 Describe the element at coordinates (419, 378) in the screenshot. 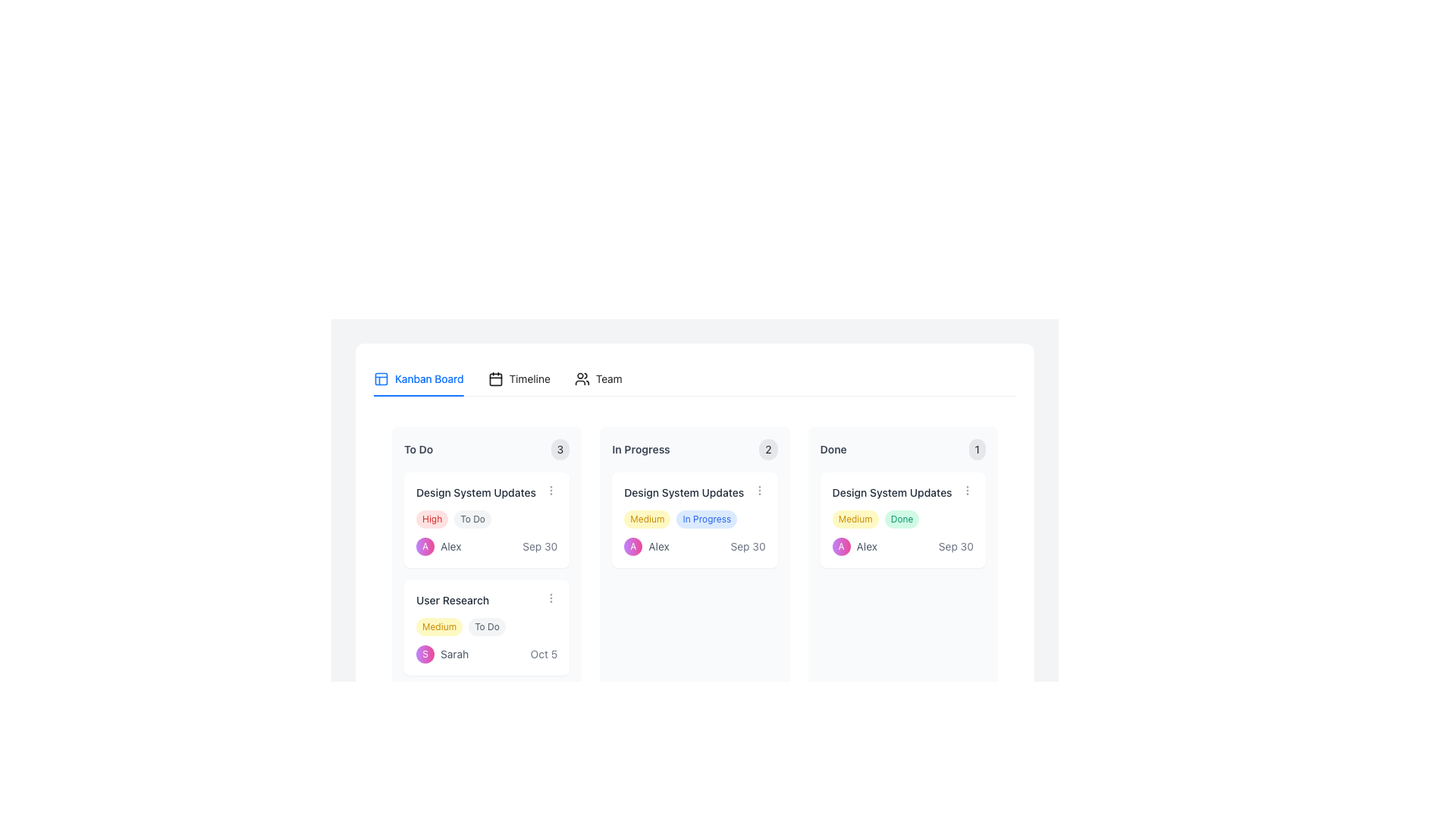

I see `the 'Kanban Board' tab located at the top of the work interface` at that location.